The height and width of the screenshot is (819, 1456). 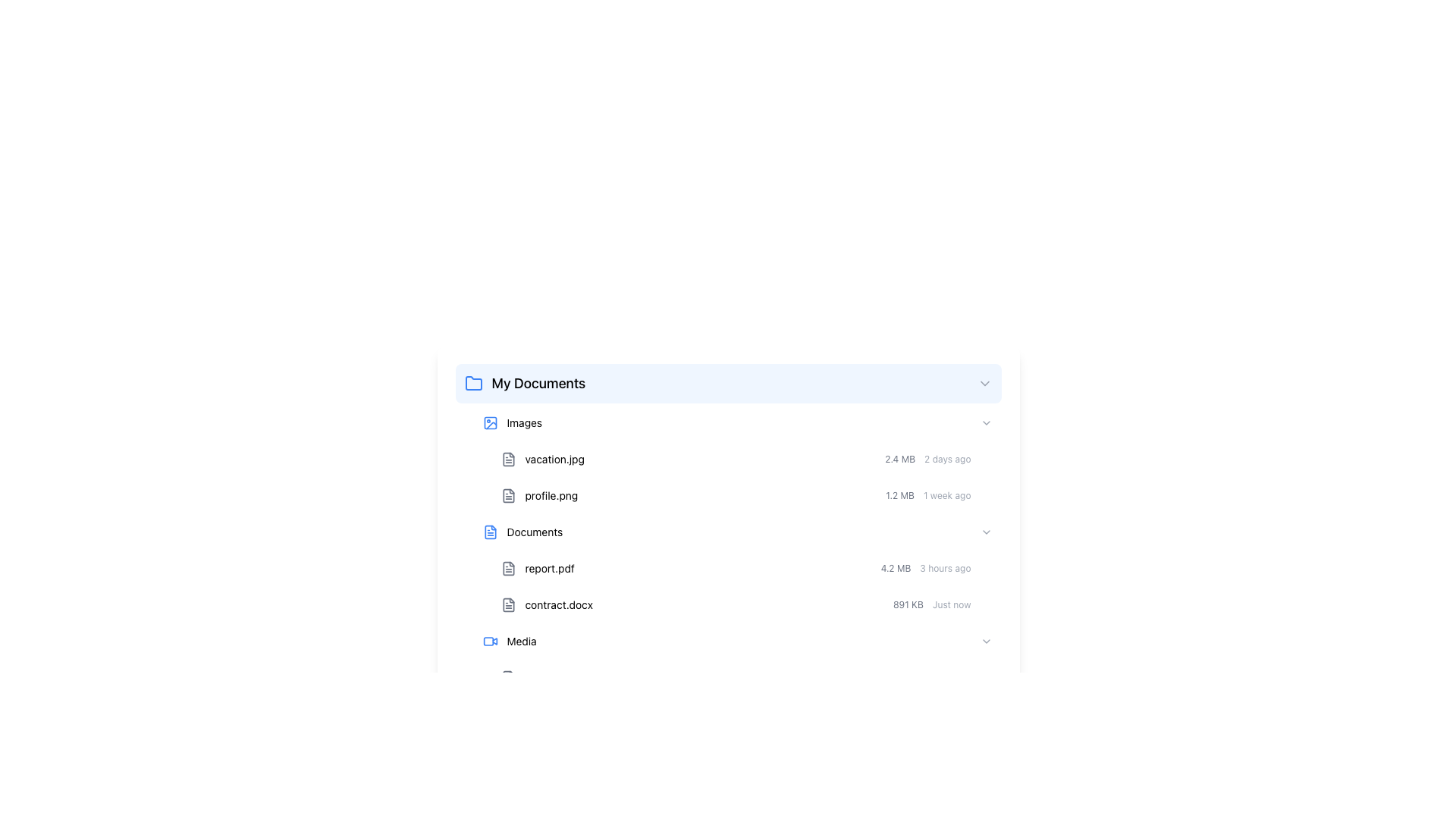 What do you see at coordinates (946, 496) in the screenshot?
I see `the text label indicating the last modification time of the file, which is located between the '1.2 MB' label and the download icon` at bounding box center [946, 496].